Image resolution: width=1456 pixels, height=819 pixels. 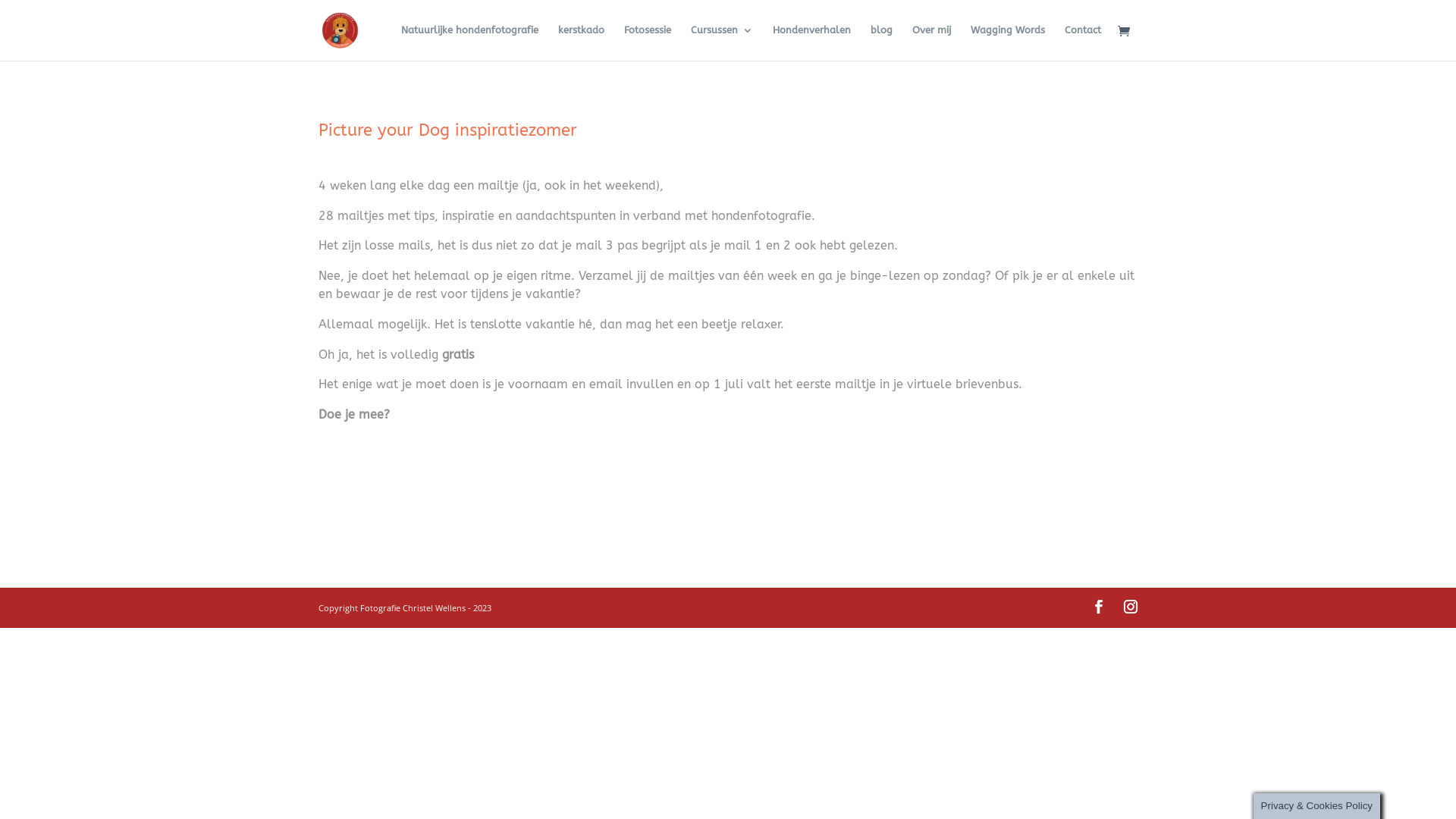 I want to click on 'kerstkado', so click(x=580, y=42).